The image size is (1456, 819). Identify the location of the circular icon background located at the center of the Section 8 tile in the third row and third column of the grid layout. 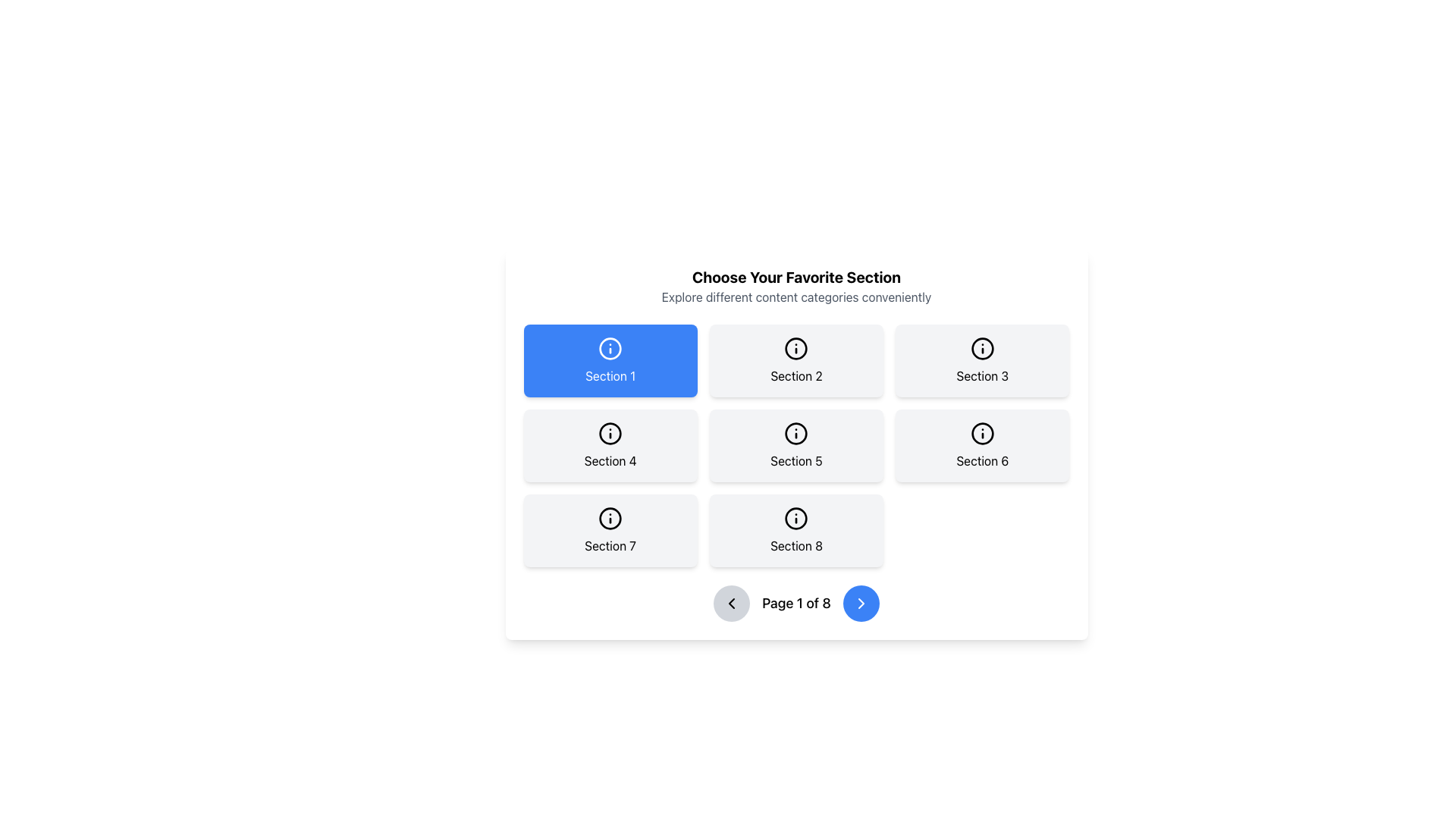
(795, 517).